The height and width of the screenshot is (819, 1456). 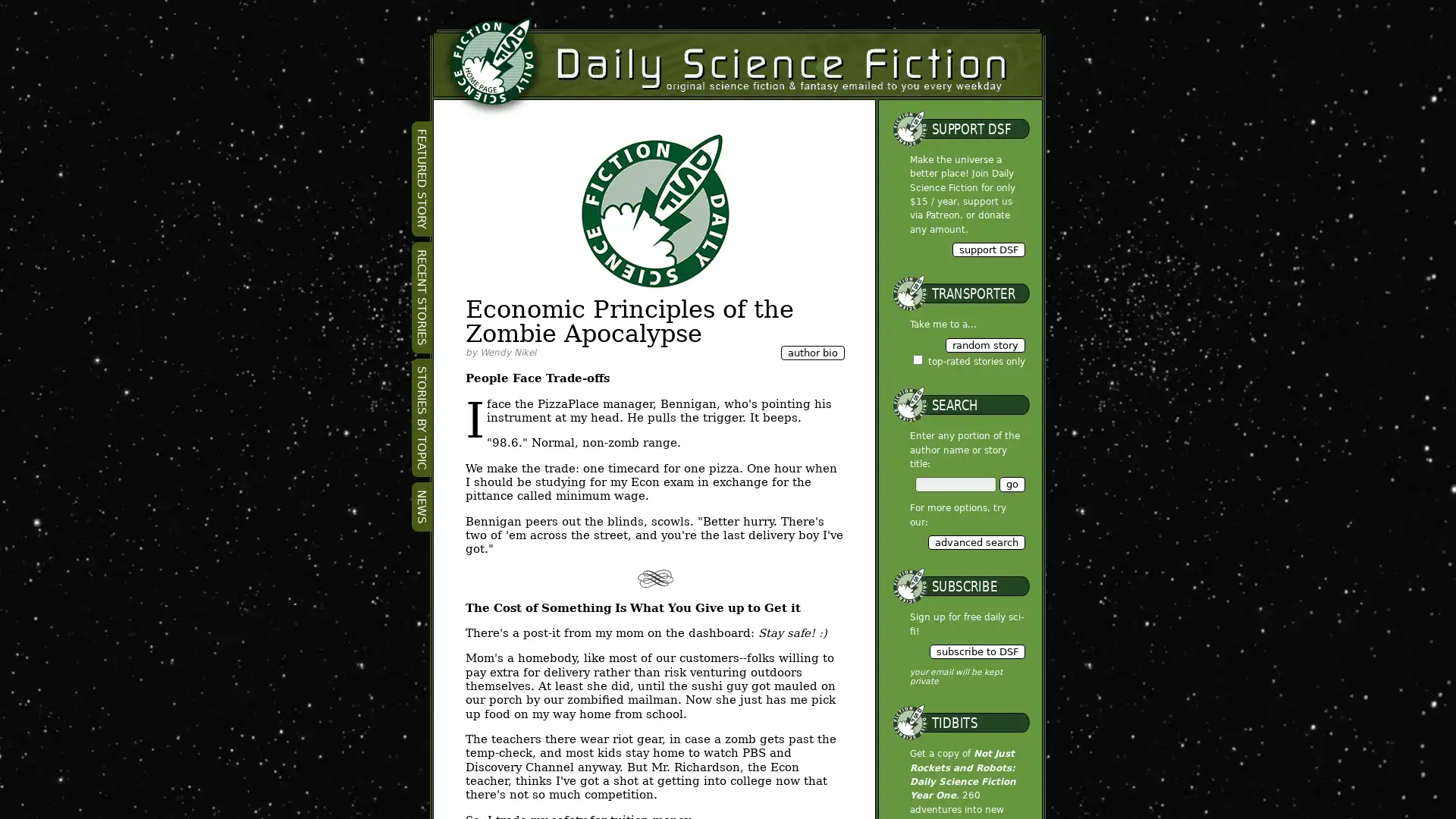 I want to click on support DSF, so click(x=987, y=248).